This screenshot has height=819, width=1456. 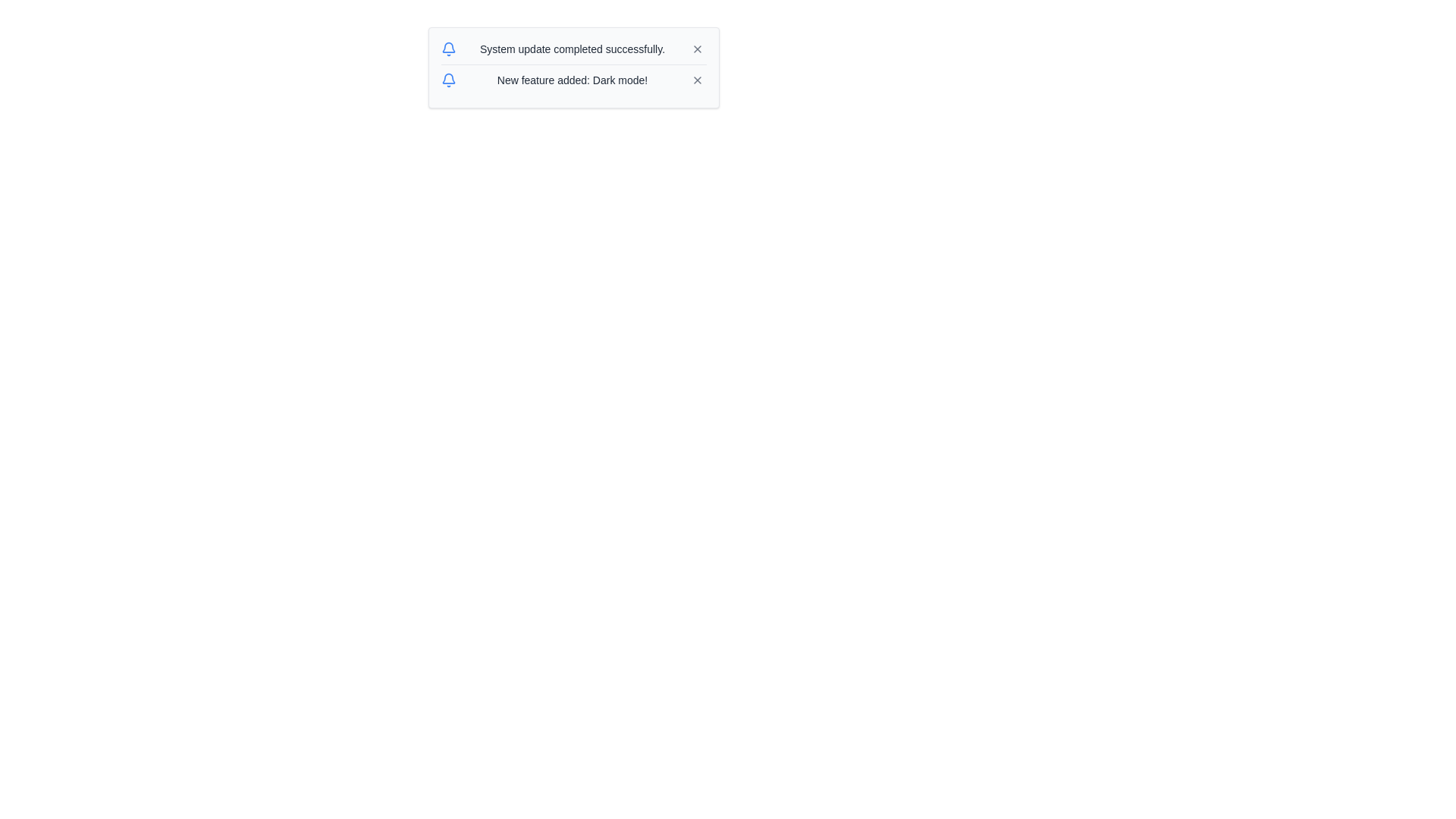 What do you see at coordinates (571, 80) in the screenshot?
I see `the Text Display element that shows the notification 'New feature added: Dark mode!' which is styled in gray and positioned between a blue bell icon and an interactive X button` at bounding box center [571, 80].